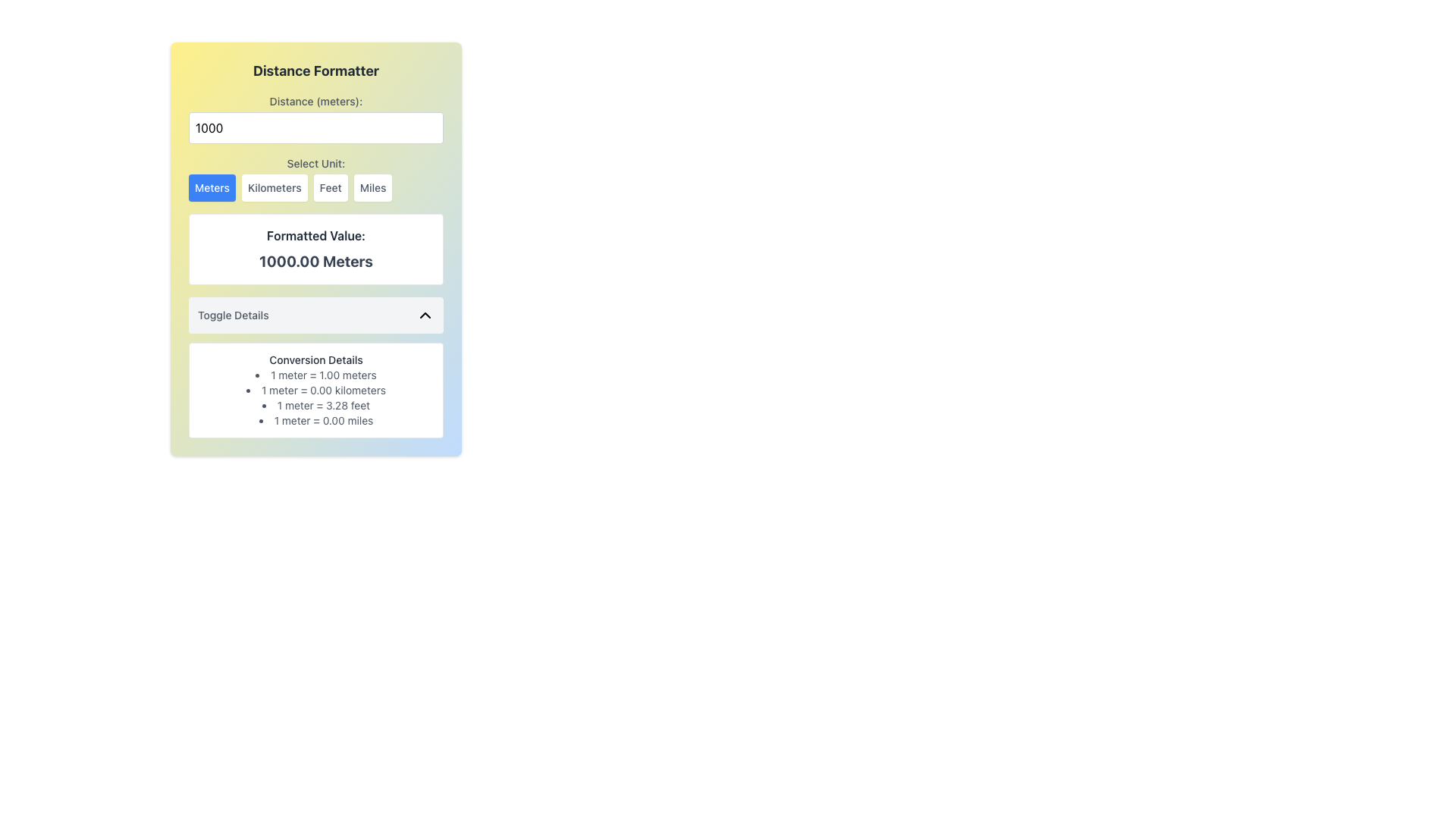 This screenshot has width=1456, height=819. I want to click on the Label element displaying 'Formatted Value:' which is bold and dark-colored, aligned to the left, located above the value '1000.00 Meters', so click(315, 236).